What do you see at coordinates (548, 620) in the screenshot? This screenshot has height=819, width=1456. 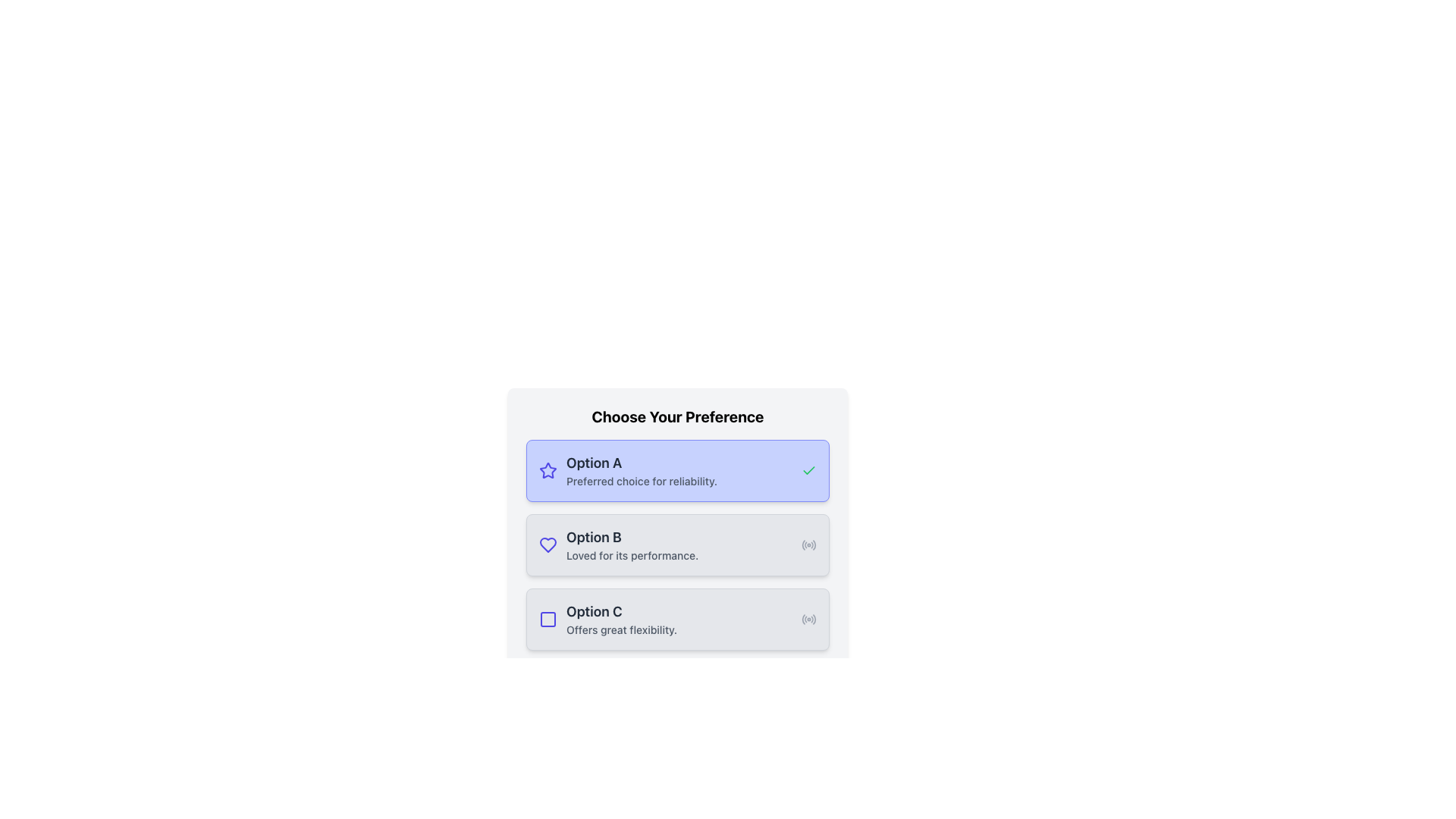 I see `the selection icon for 'Option C', which visually represents this option and is located near the text 'Option C' and its description` at bounding box center [548, 620].